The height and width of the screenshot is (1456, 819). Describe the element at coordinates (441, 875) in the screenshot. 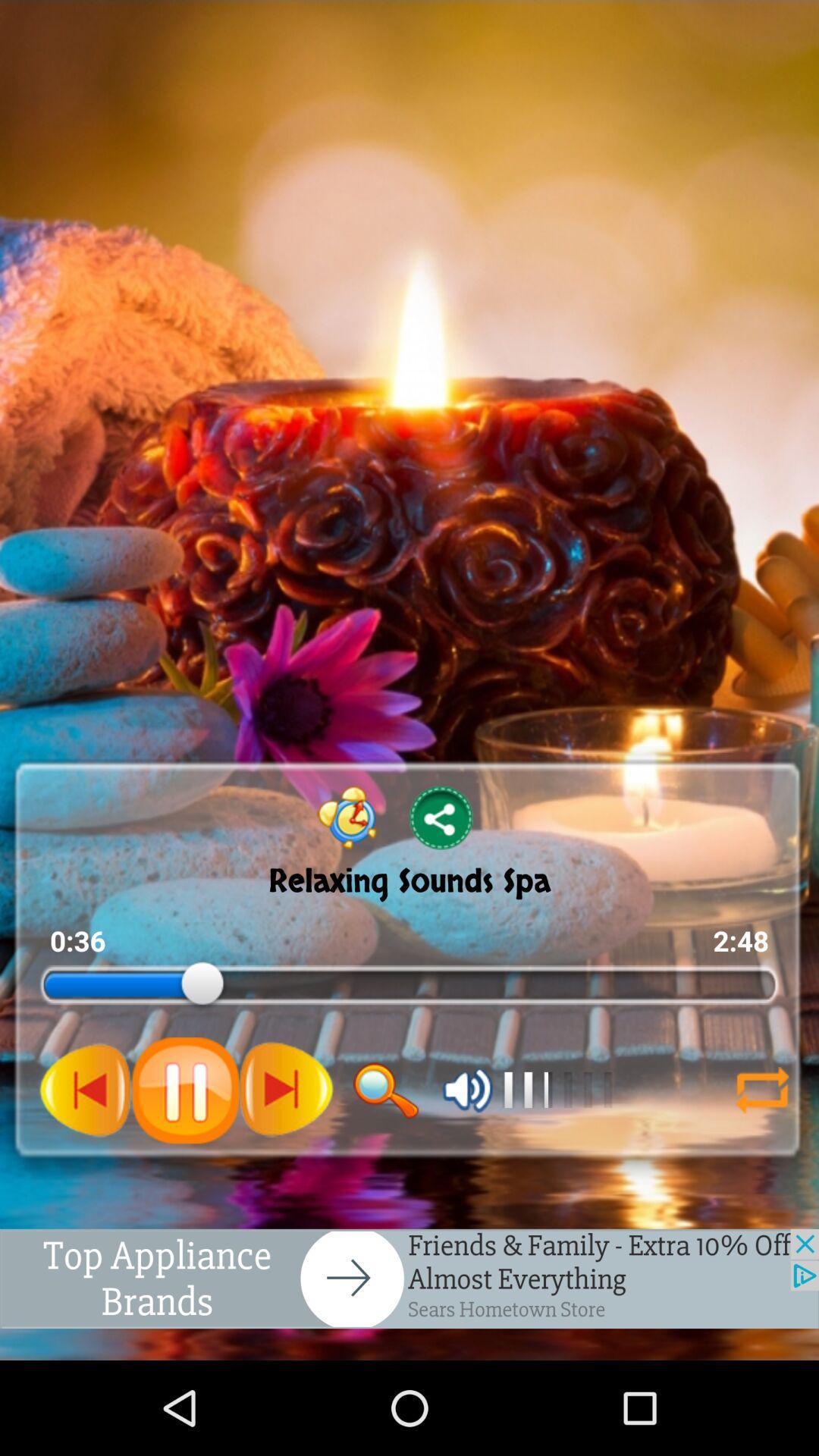

I see `the share icon` at that location.